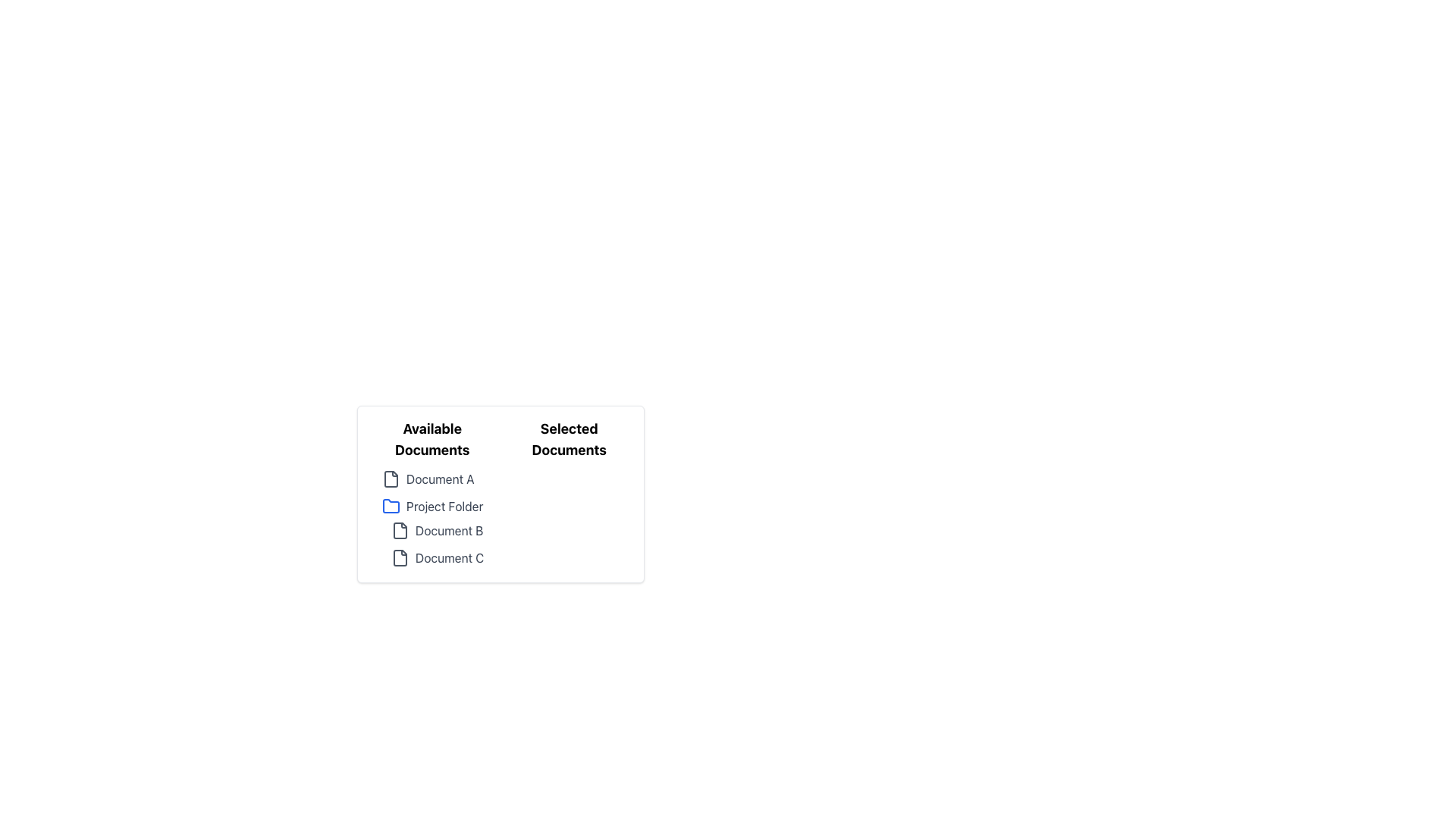 The height and width of the screenshot is (819, 1456). I want to click on the icon representing 'Document C' in the bottom-left region of the 'Available Documents' panel, so click(400, 558).